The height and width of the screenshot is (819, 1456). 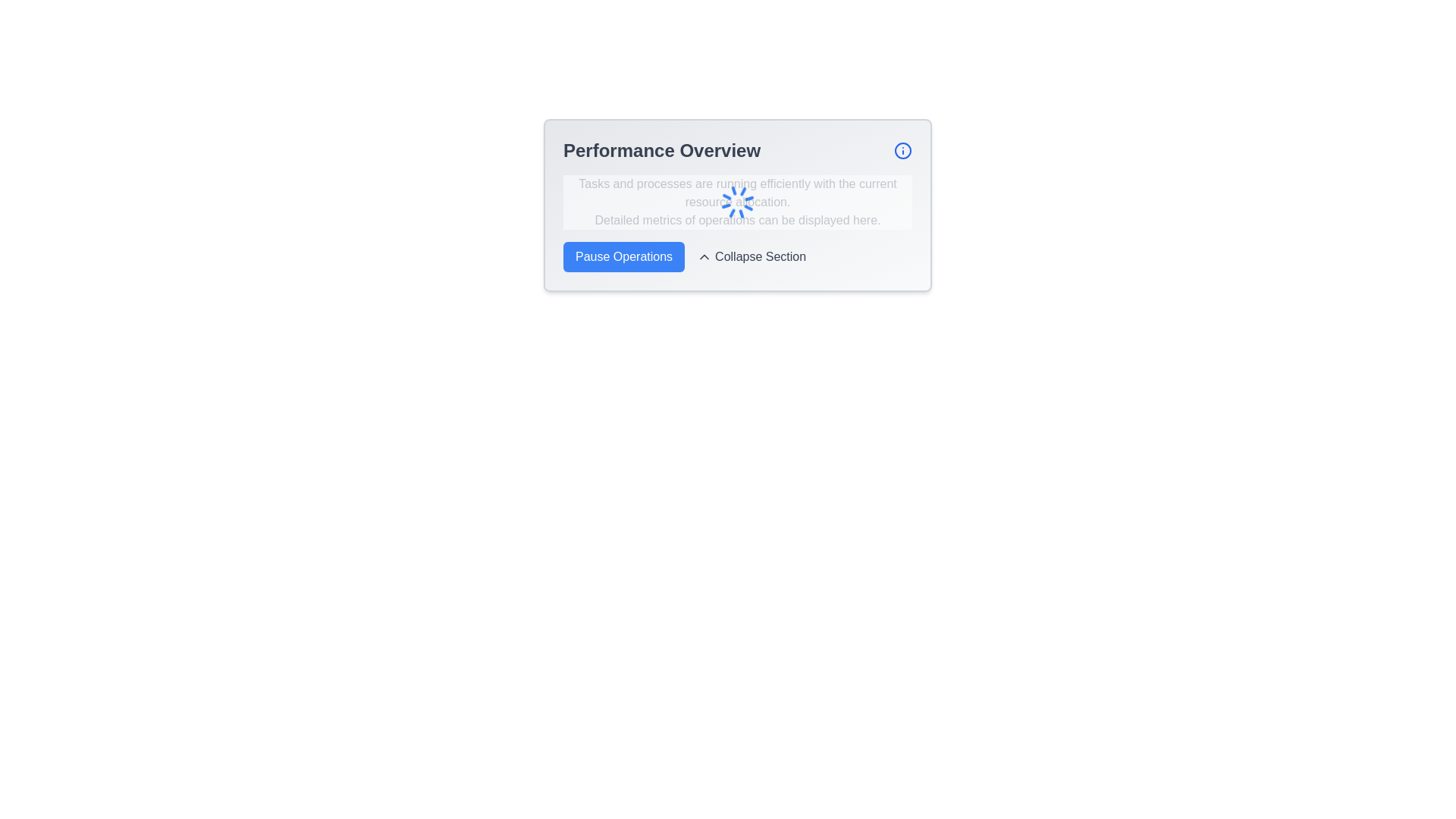 I want to click on the descriptive Text label providing information about the operational efficiency of tasks and processes, located under the 'Performance Overview' header, so click(x=738, y=192).